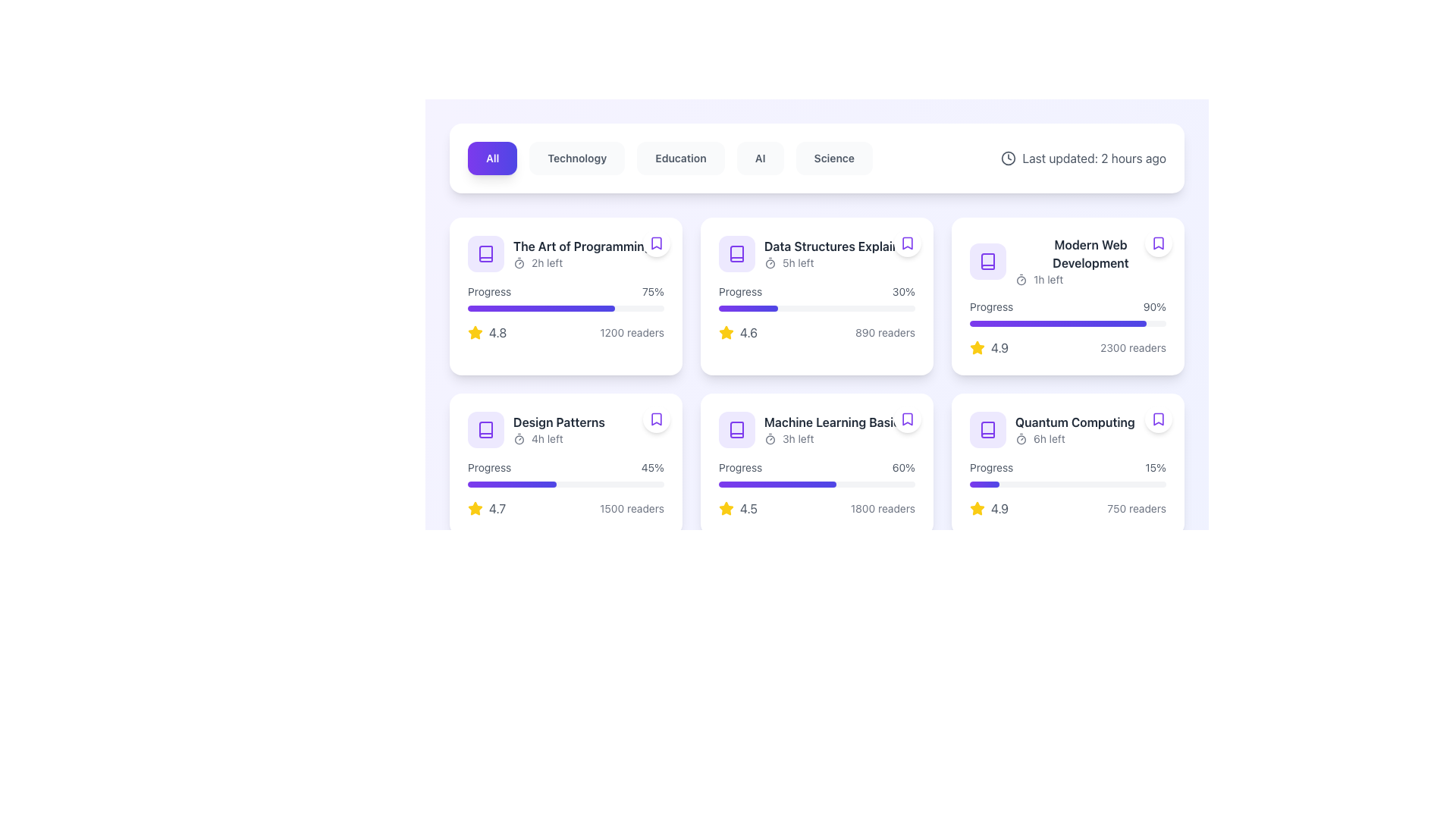  What do you see at coordinates (475, 509) in the screenshot?
I see `the rating icon located within the 'Design Patterns' card block, positioned below the progress bar and to the left of the numeric rating text '4.7'` at bounding box center [475, 509].